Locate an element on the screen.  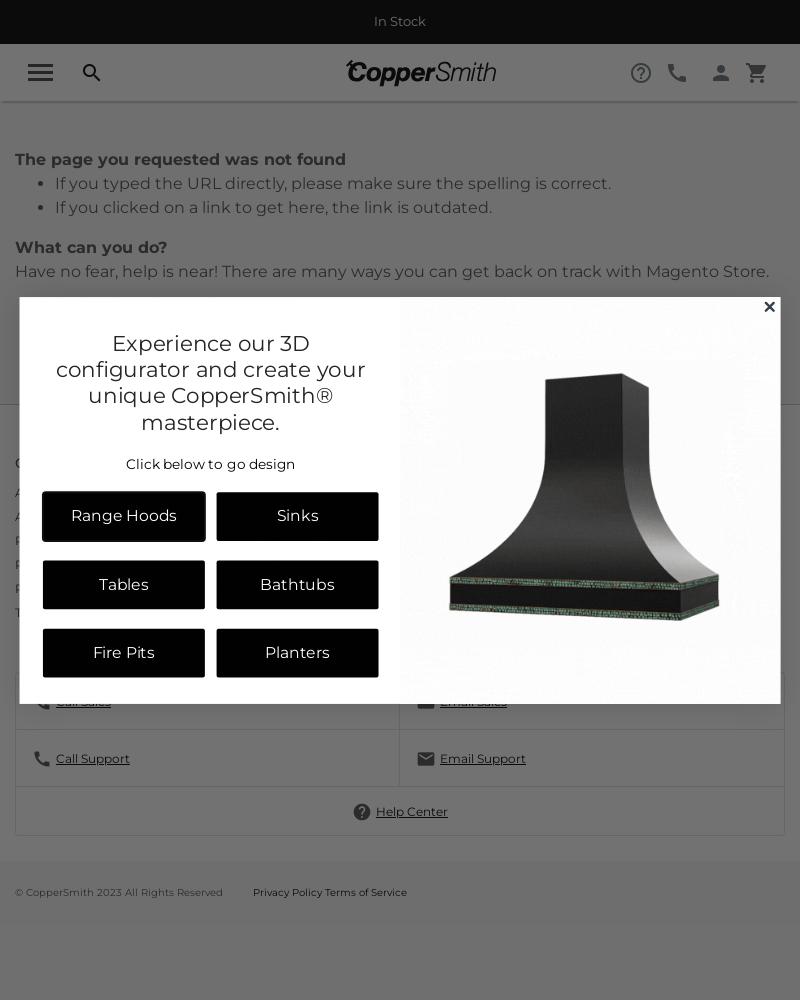
'Shipping & Returns' is located at coordinates (415, 562).